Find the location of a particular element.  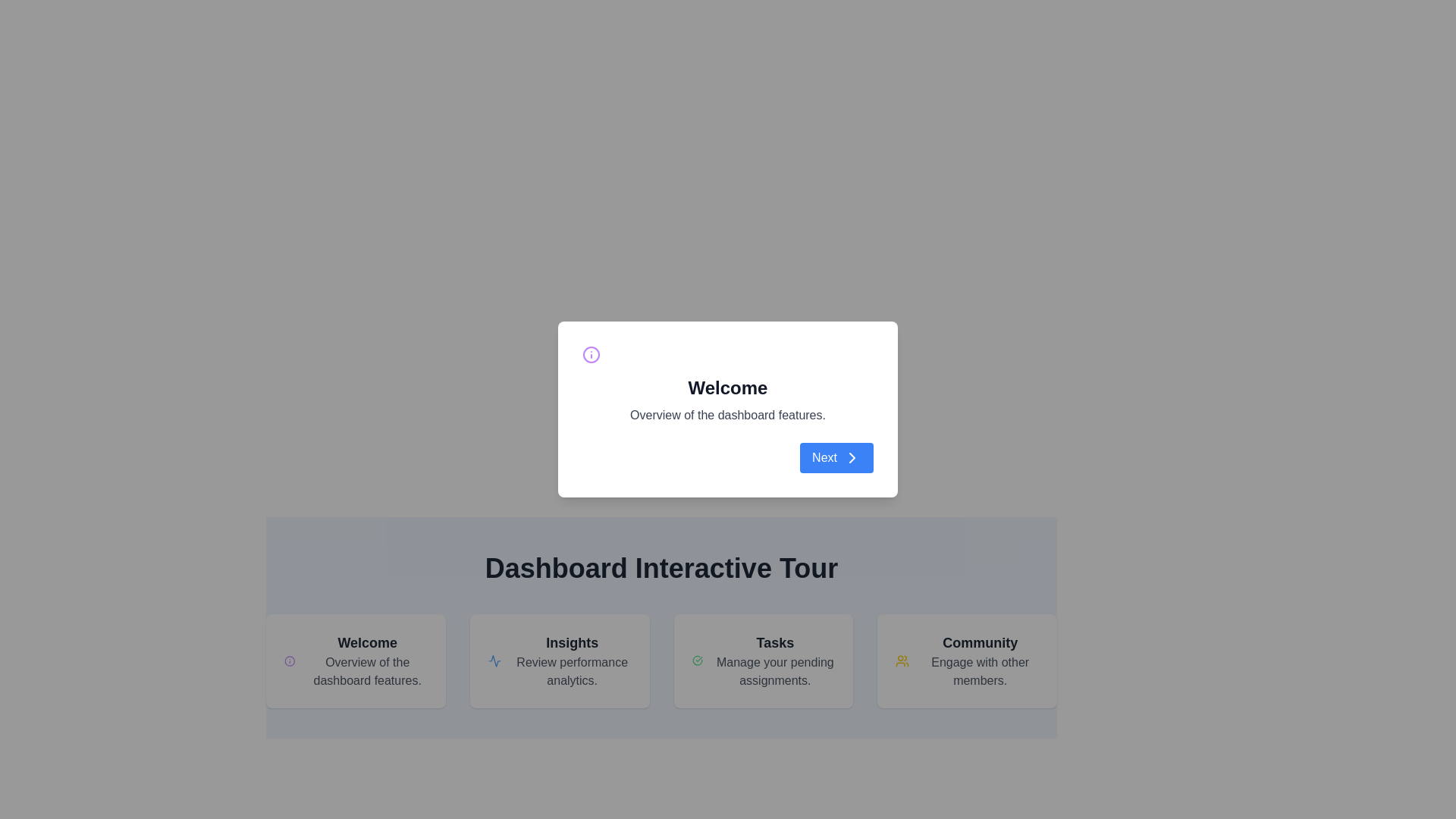

the 'Tasks' informative card, which is the third card in a grid layout and positioned between the 'Insights' and 'Community' cards is located at coordinates (763, 660).